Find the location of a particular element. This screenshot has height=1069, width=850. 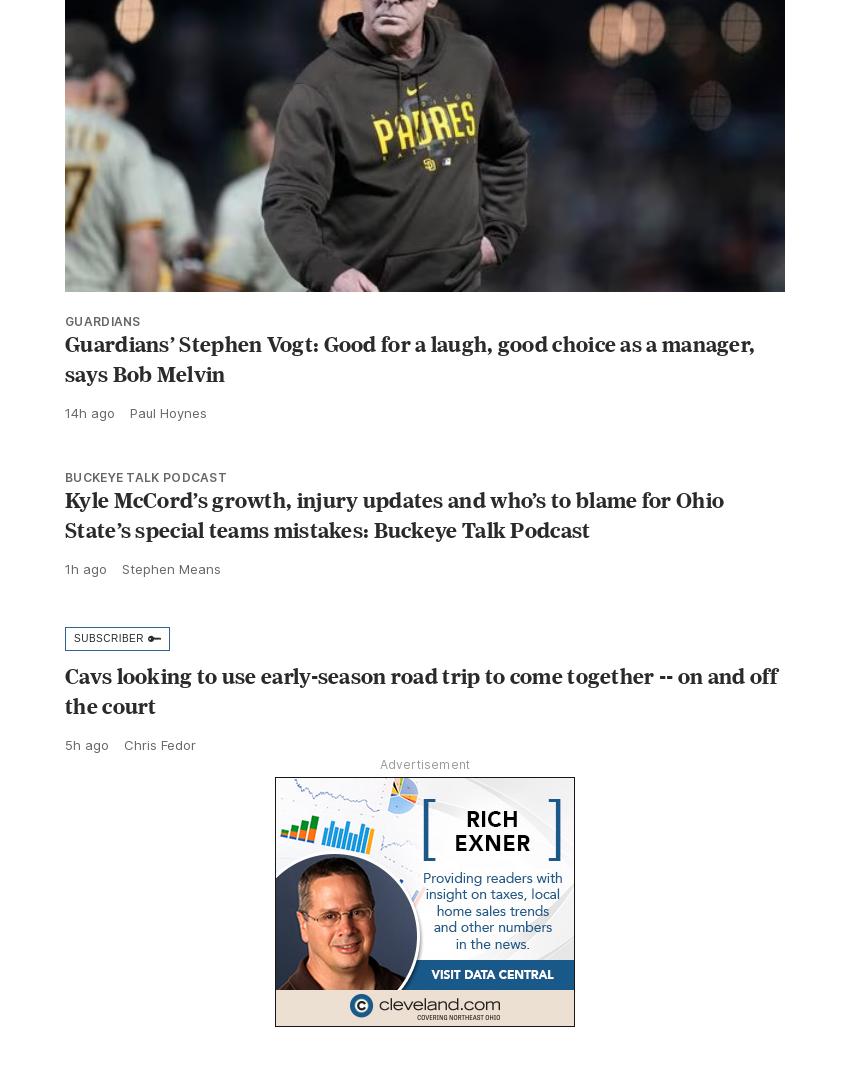

'Chris Fedor' is located at coordinates (159, 787).